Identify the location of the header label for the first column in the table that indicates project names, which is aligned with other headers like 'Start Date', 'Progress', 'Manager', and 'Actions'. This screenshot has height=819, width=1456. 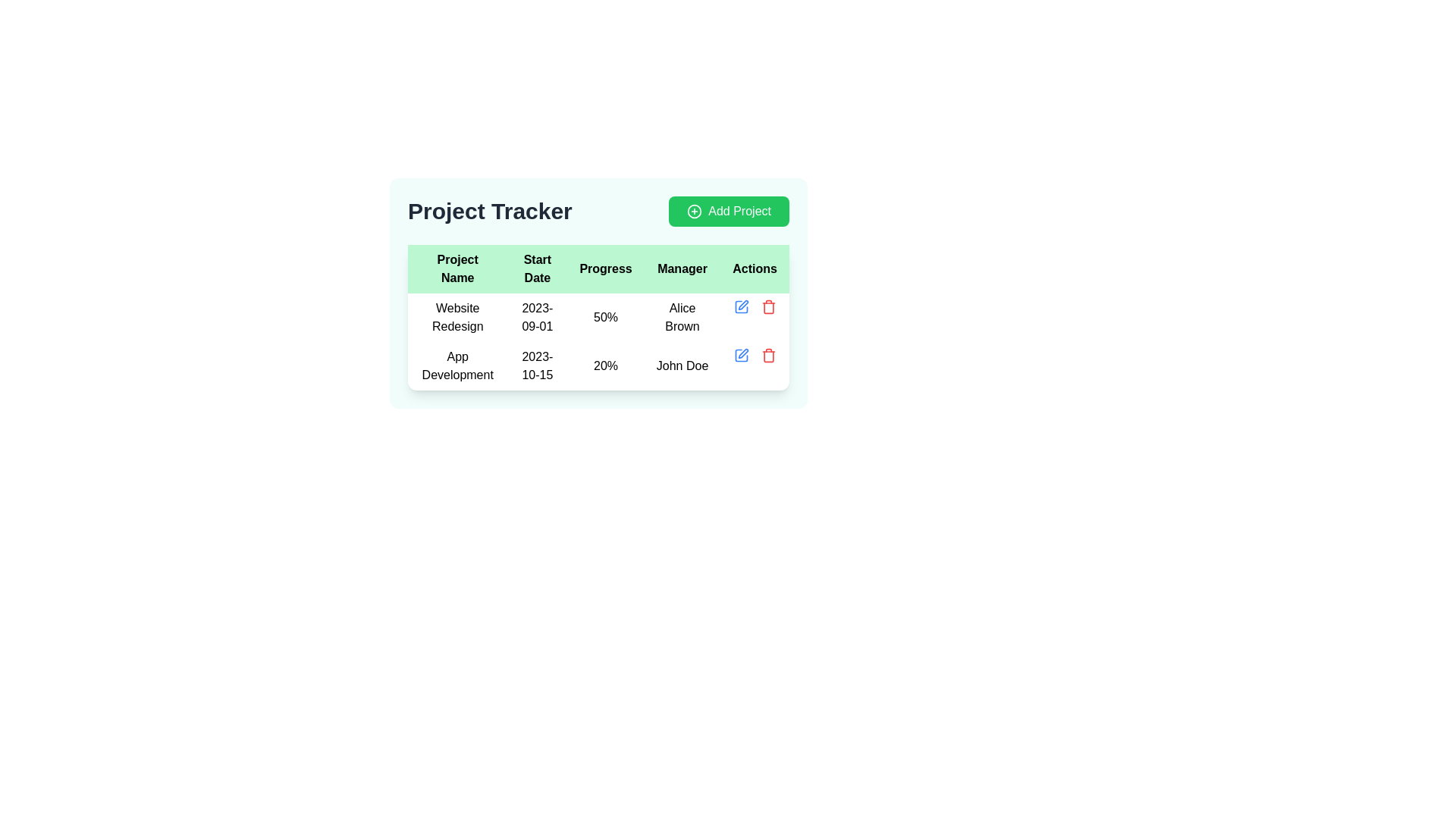
(457, 268).